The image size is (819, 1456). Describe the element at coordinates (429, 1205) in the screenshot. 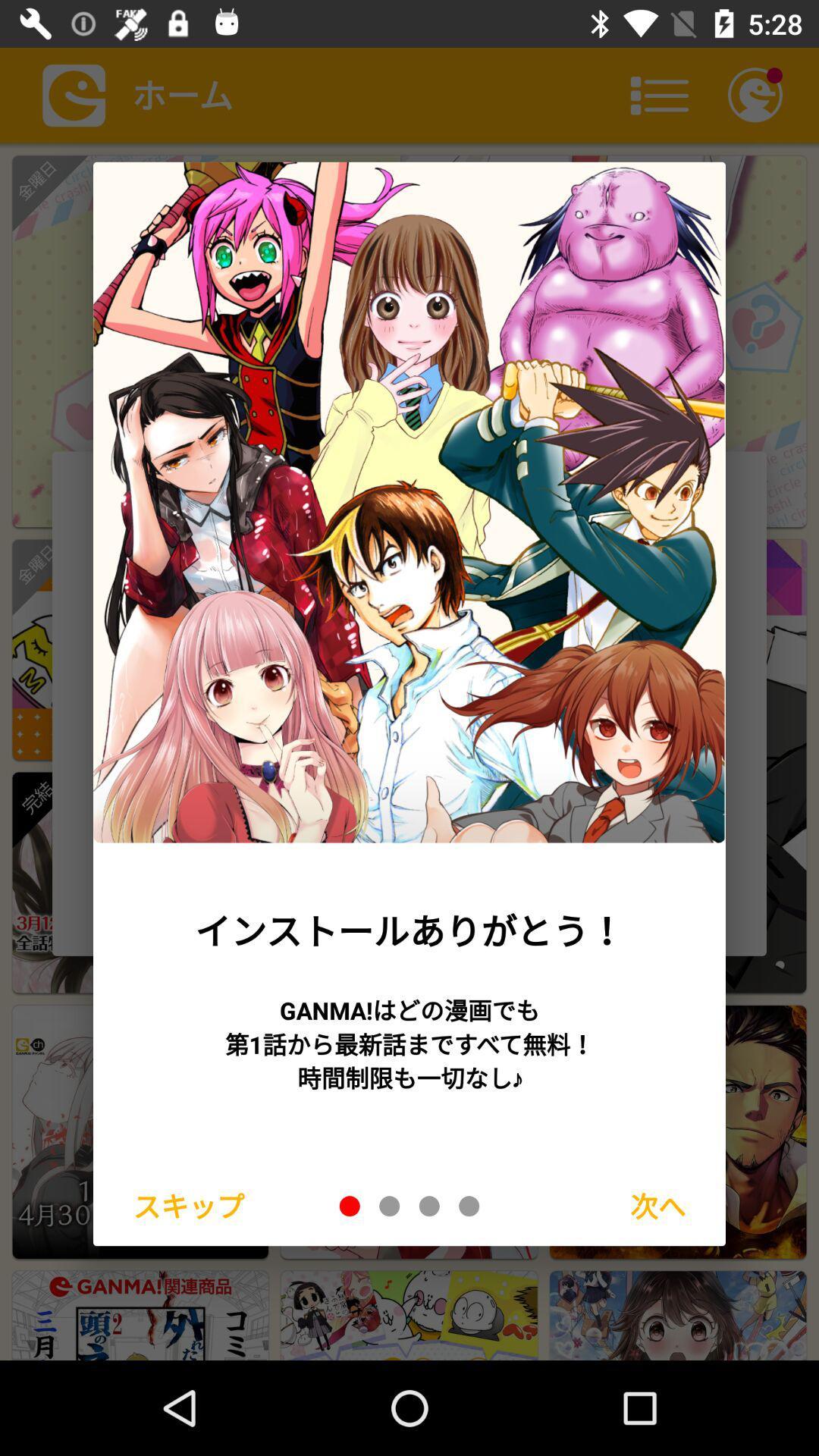

I see `page and open` at that location.